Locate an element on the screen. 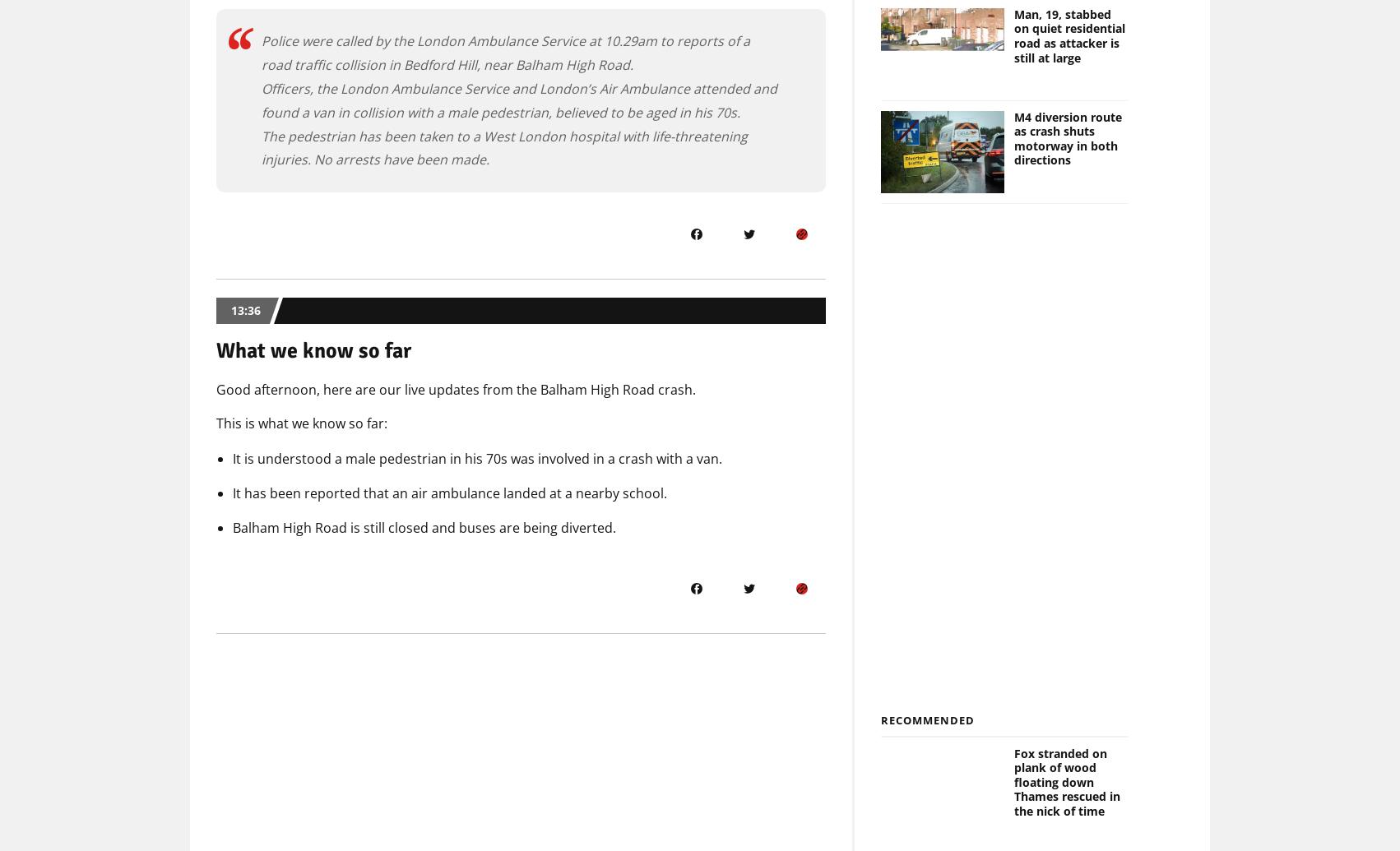 The width and height of the screenshot is (1400, 851). 'It has been reported that an air ambulance landed at a nearby school.' is located at coordinates (449, 491).